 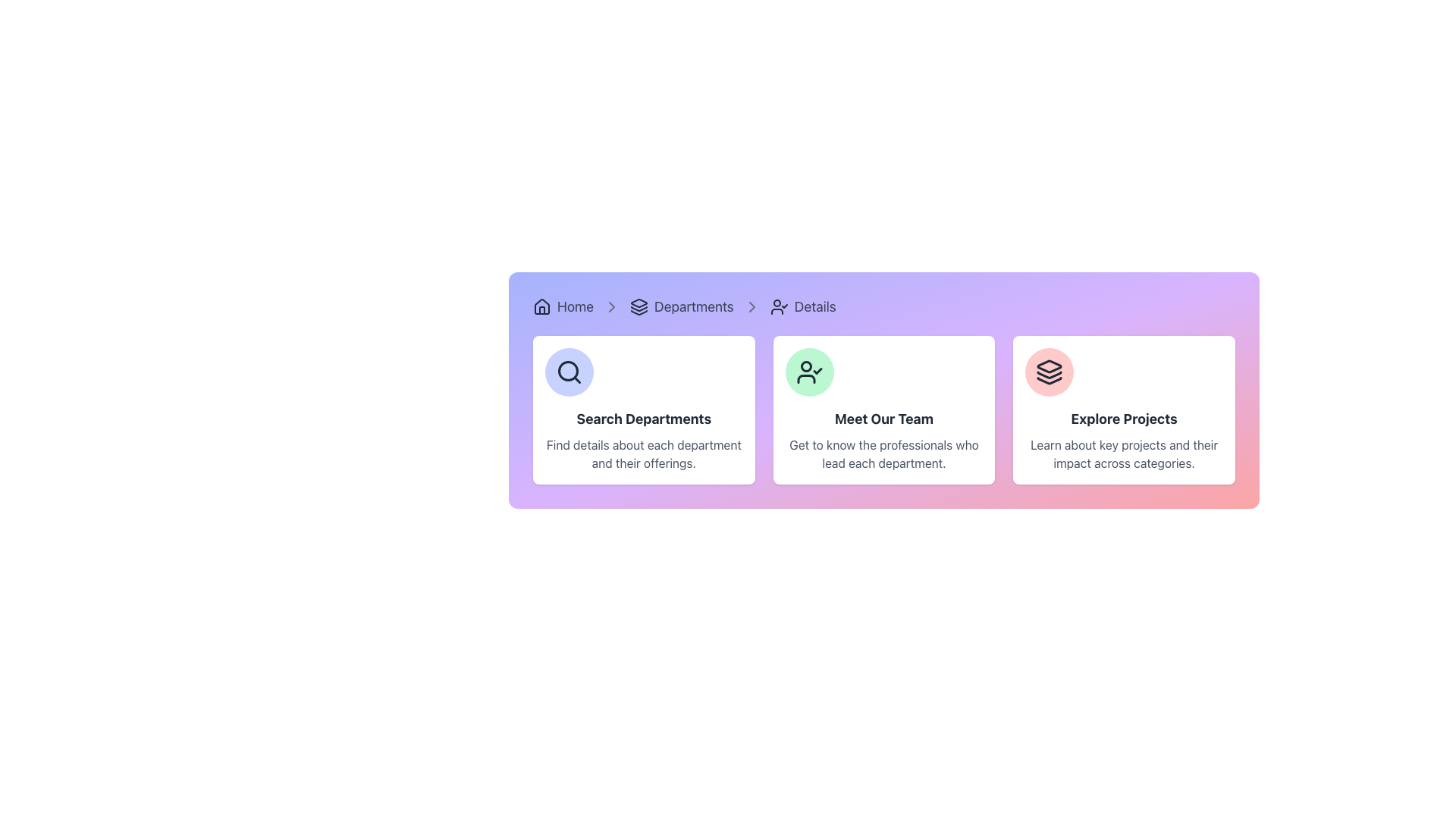 What do you see at coordinates (752, 307) in the screenshot?
I see `the right-facing chevron arrow icon located in the navigation bar, positioned between the 'Departments' text and 'Details' text` at bounding box center [752, 307].